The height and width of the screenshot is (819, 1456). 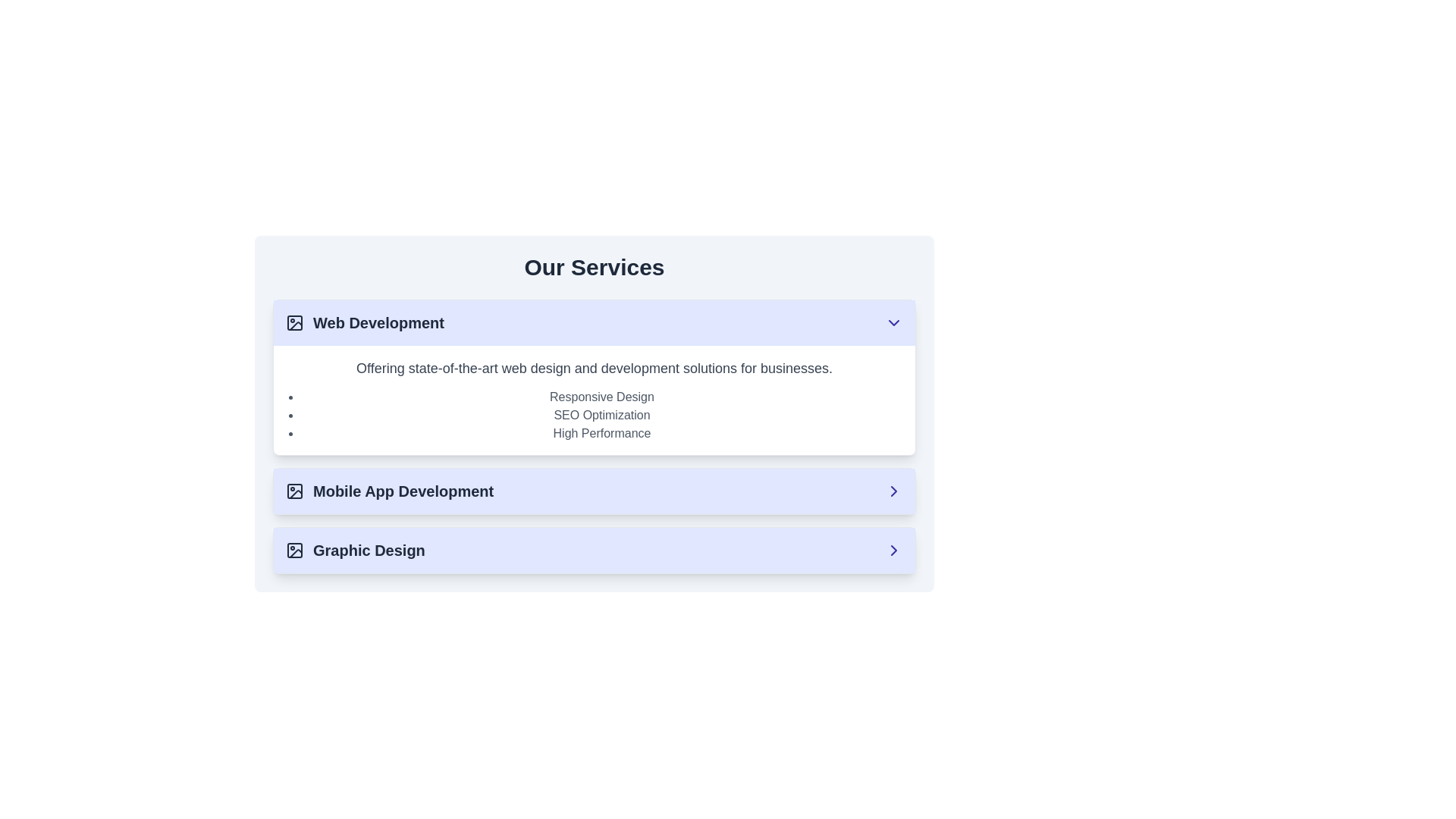 I want to click on the 'Graphic Design' button located in the 'Our Services' section, so click(x=593, y=550).